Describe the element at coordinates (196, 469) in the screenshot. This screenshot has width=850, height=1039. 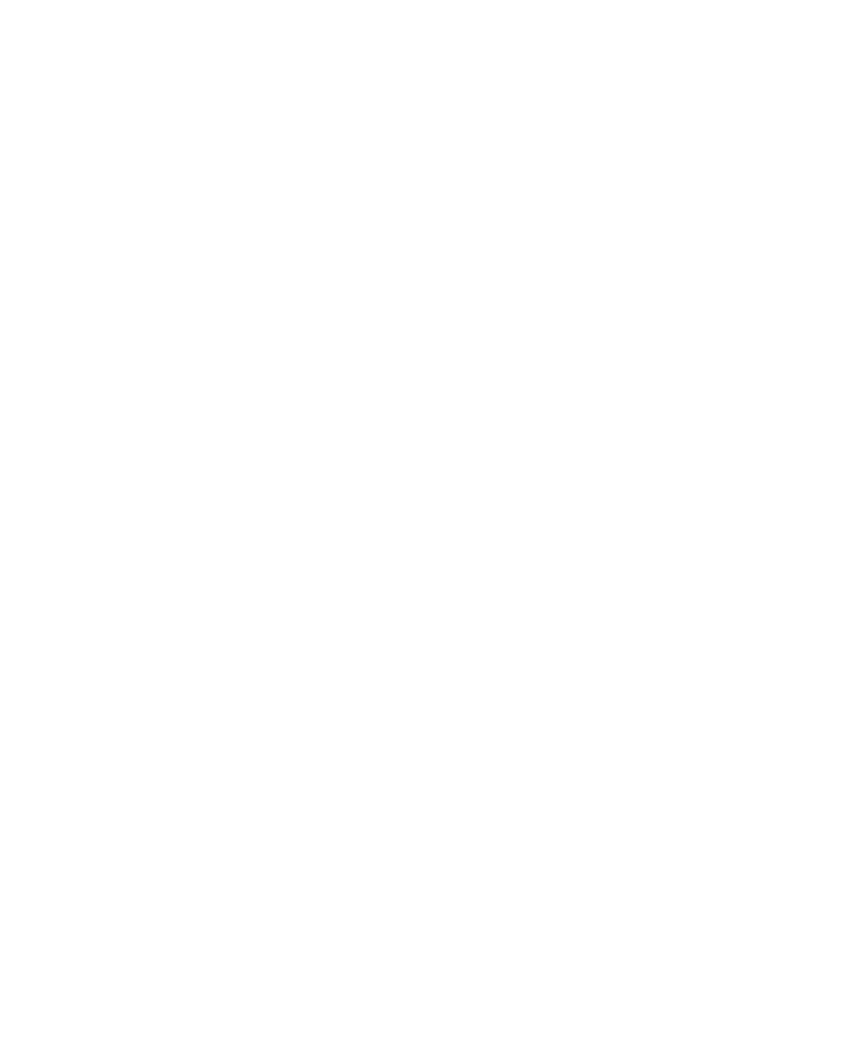
I see `'(45)'` at that location.